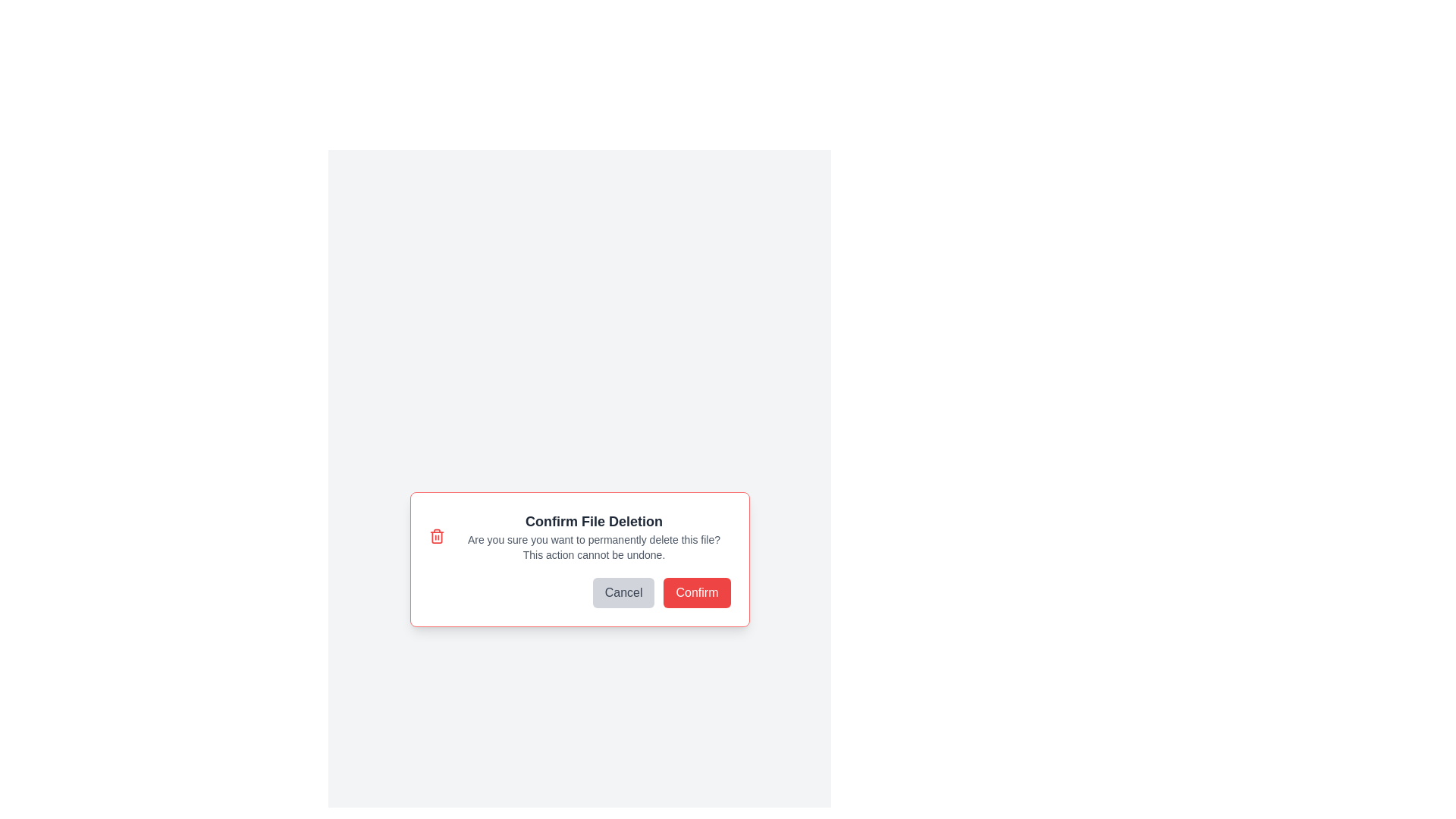 Image resolution: width=1456 pixels, height=819 pixels. What do you see at coordinates (593, 520) in the screenshot?
I see `the Header text of the dialog box that indicates the purpose of confirming the deletion of a file` at bounding box center [593, 520].